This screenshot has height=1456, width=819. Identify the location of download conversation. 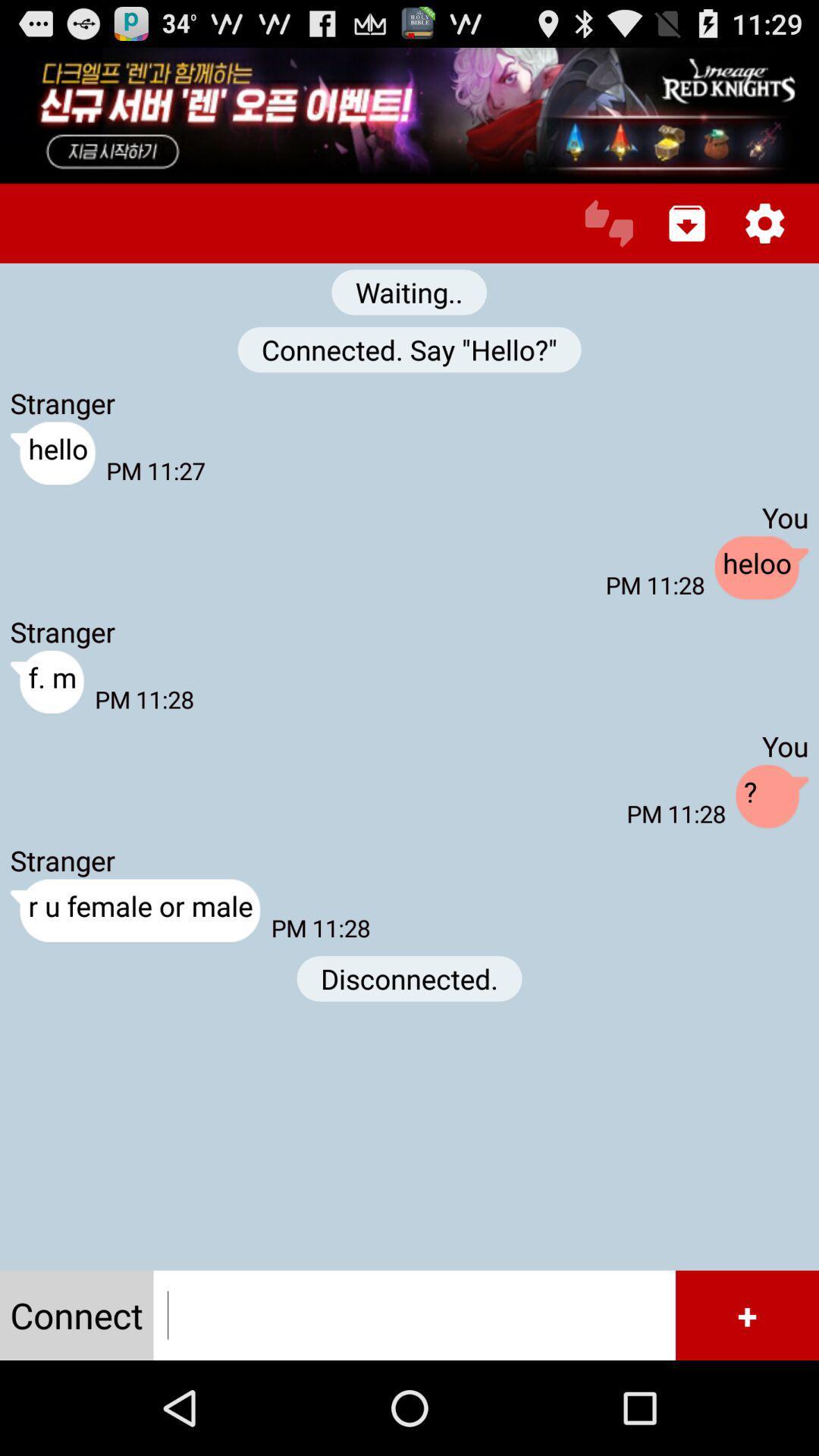
(687, 222).